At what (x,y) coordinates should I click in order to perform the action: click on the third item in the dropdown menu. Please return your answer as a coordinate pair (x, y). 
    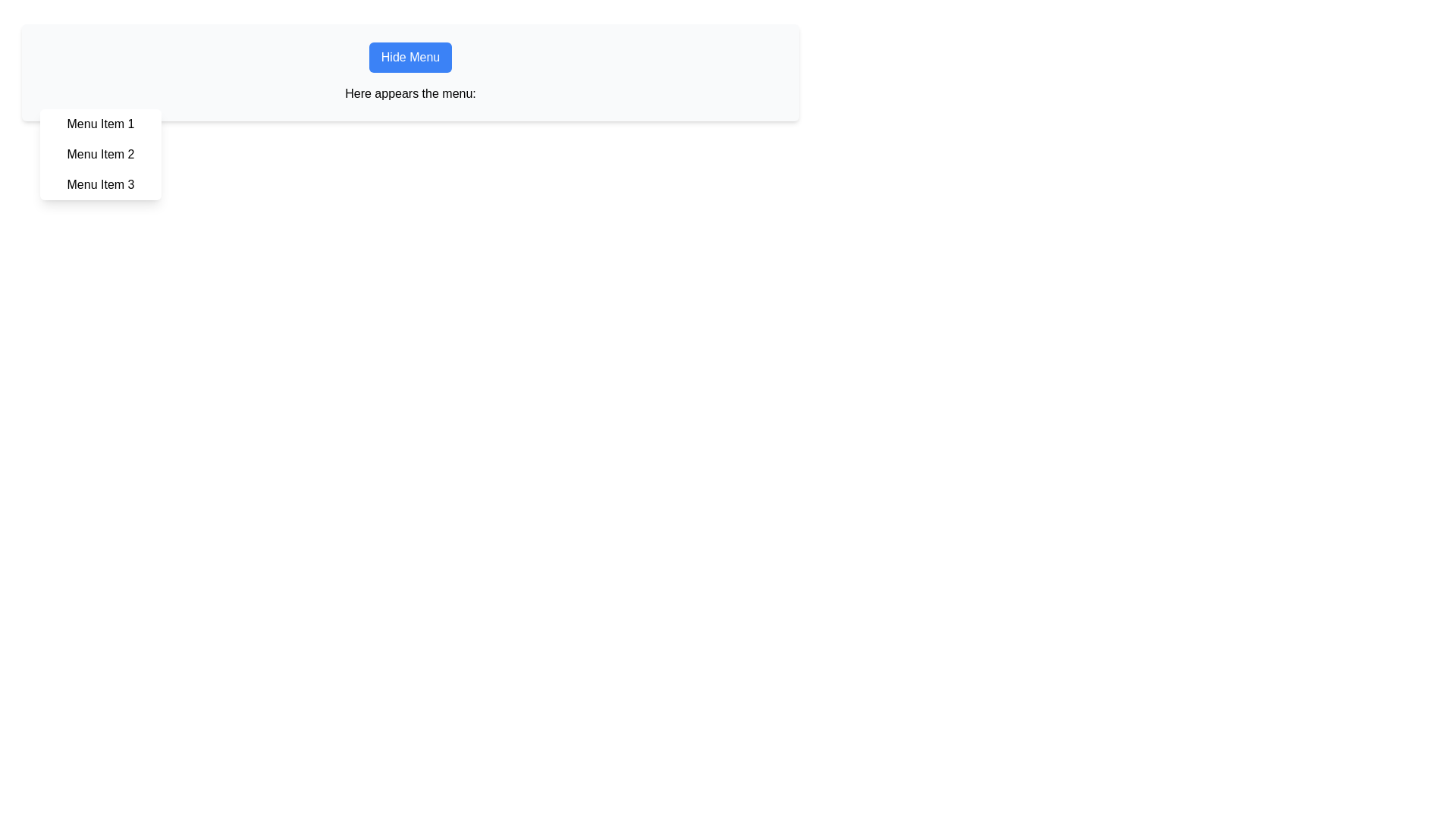
    Looking at the image, I should click on (100, 184).